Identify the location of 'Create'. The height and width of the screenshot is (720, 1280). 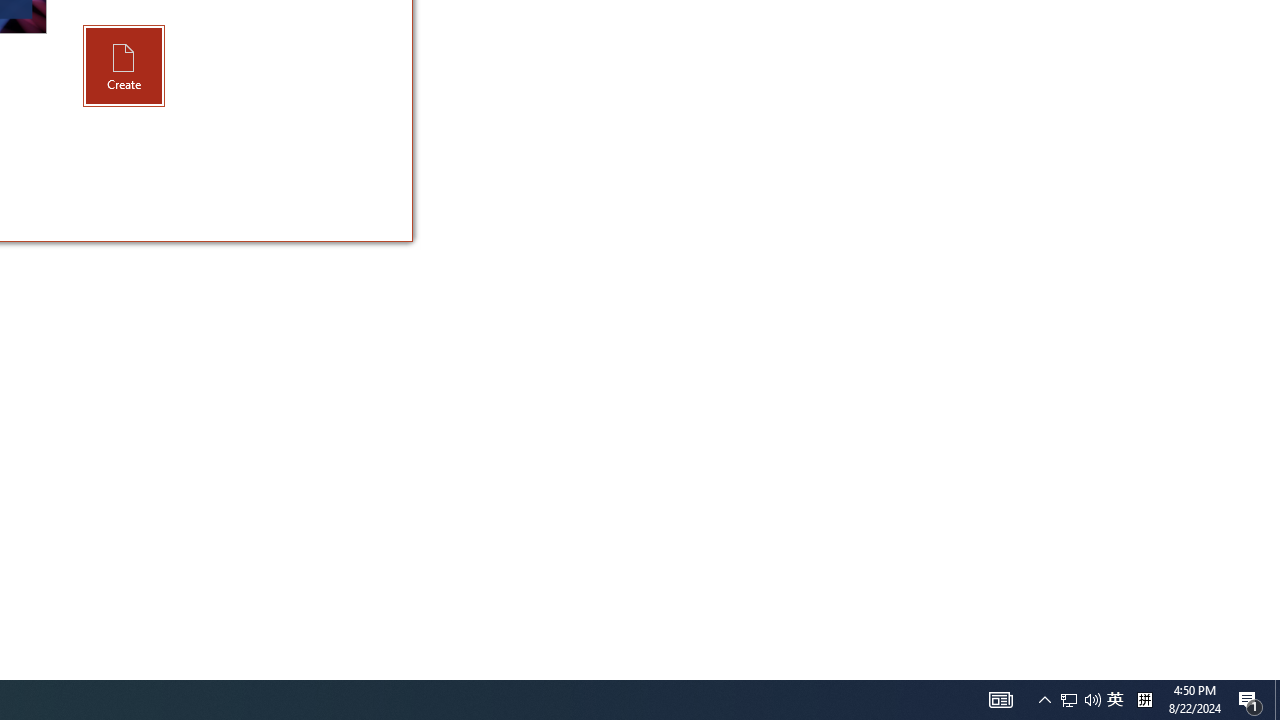
(123, 65).